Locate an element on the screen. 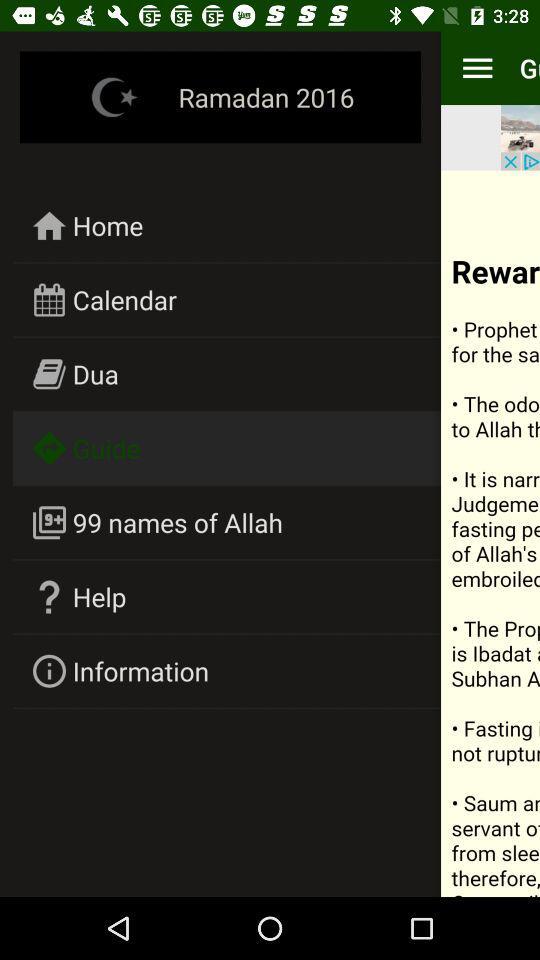 This screenshot has width=540, height=960. icon below calendar icon is located at coordinates (94, 373).